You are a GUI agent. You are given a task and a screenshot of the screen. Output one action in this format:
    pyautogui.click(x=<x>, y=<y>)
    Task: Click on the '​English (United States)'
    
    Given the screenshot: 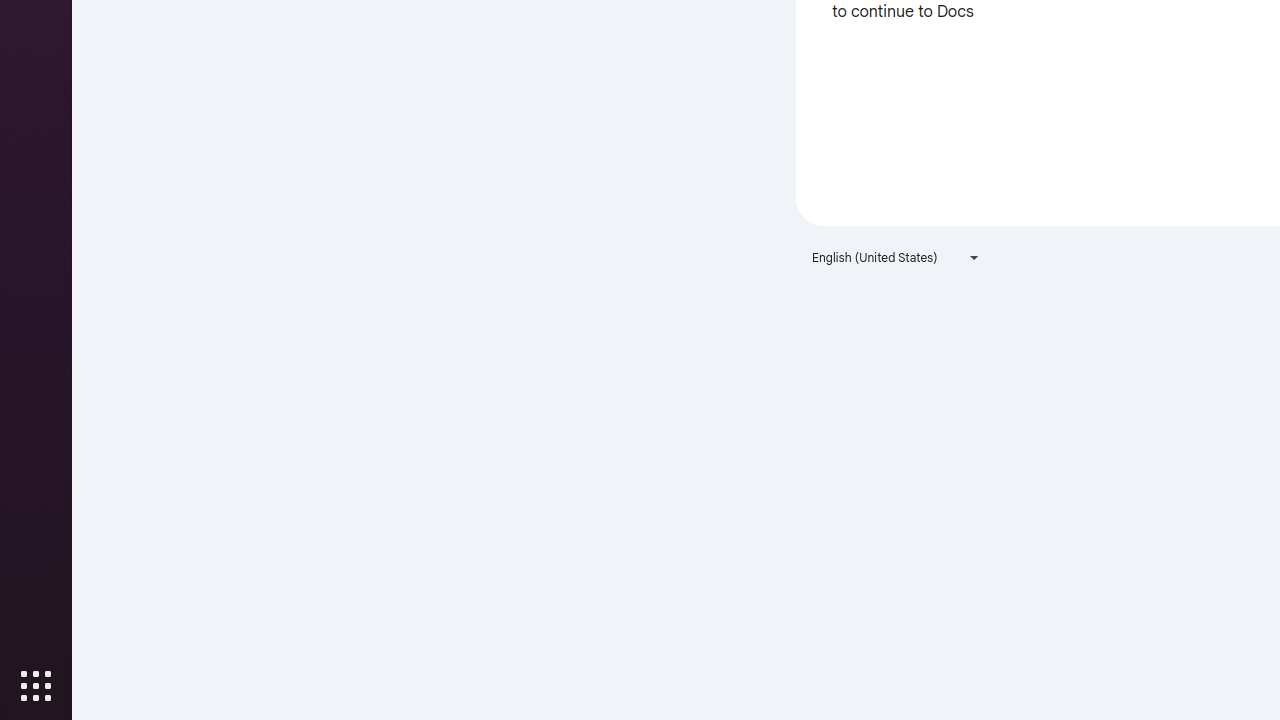 What is the action you would take?
    pyautogui.click(x=895, y=256)
    